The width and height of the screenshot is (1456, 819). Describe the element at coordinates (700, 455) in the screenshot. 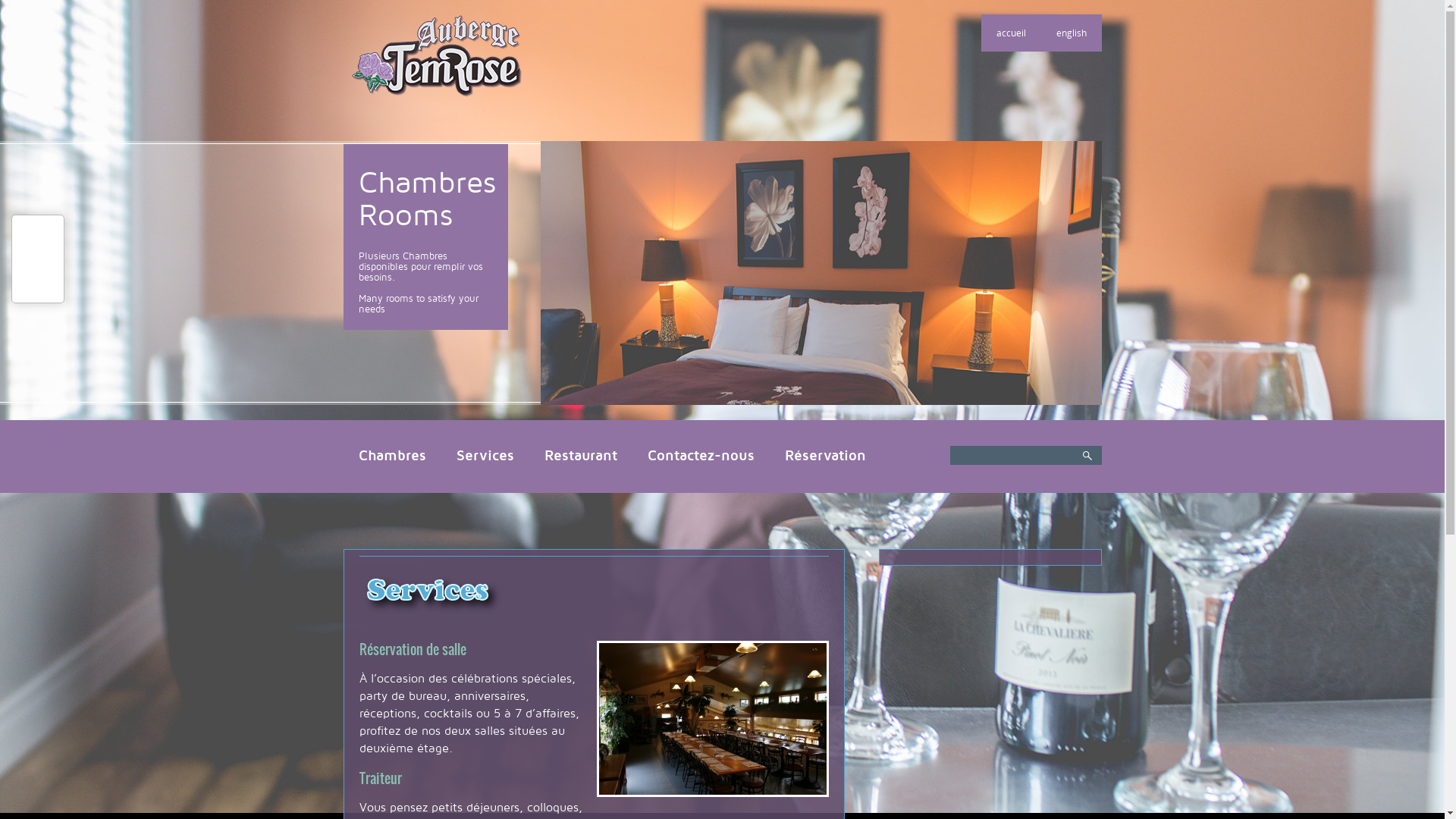

I see `'Contactez-nous'` at that location.